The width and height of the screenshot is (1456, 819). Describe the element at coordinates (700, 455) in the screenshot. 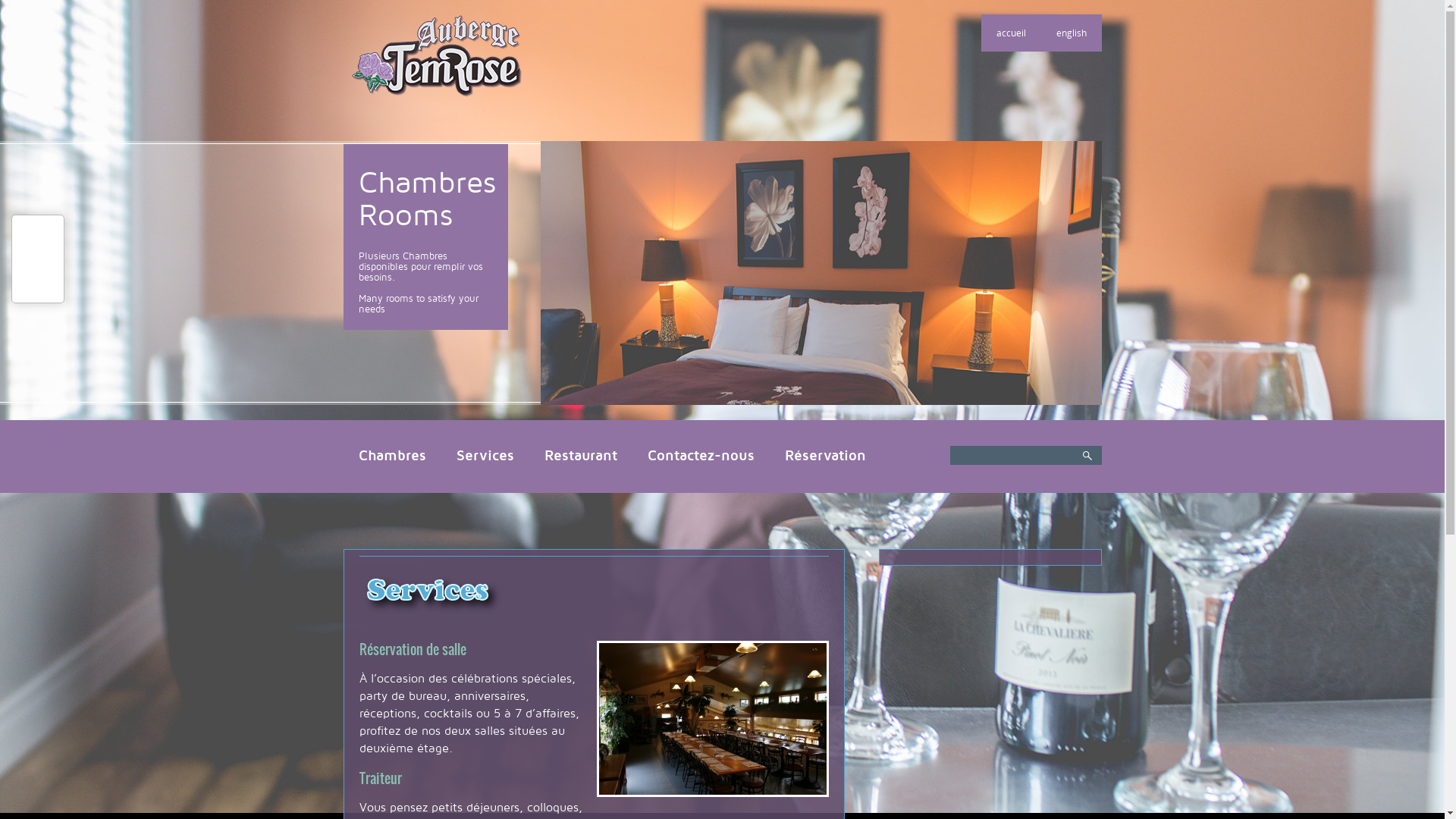

I see `'Contactez-nous'` at that location.